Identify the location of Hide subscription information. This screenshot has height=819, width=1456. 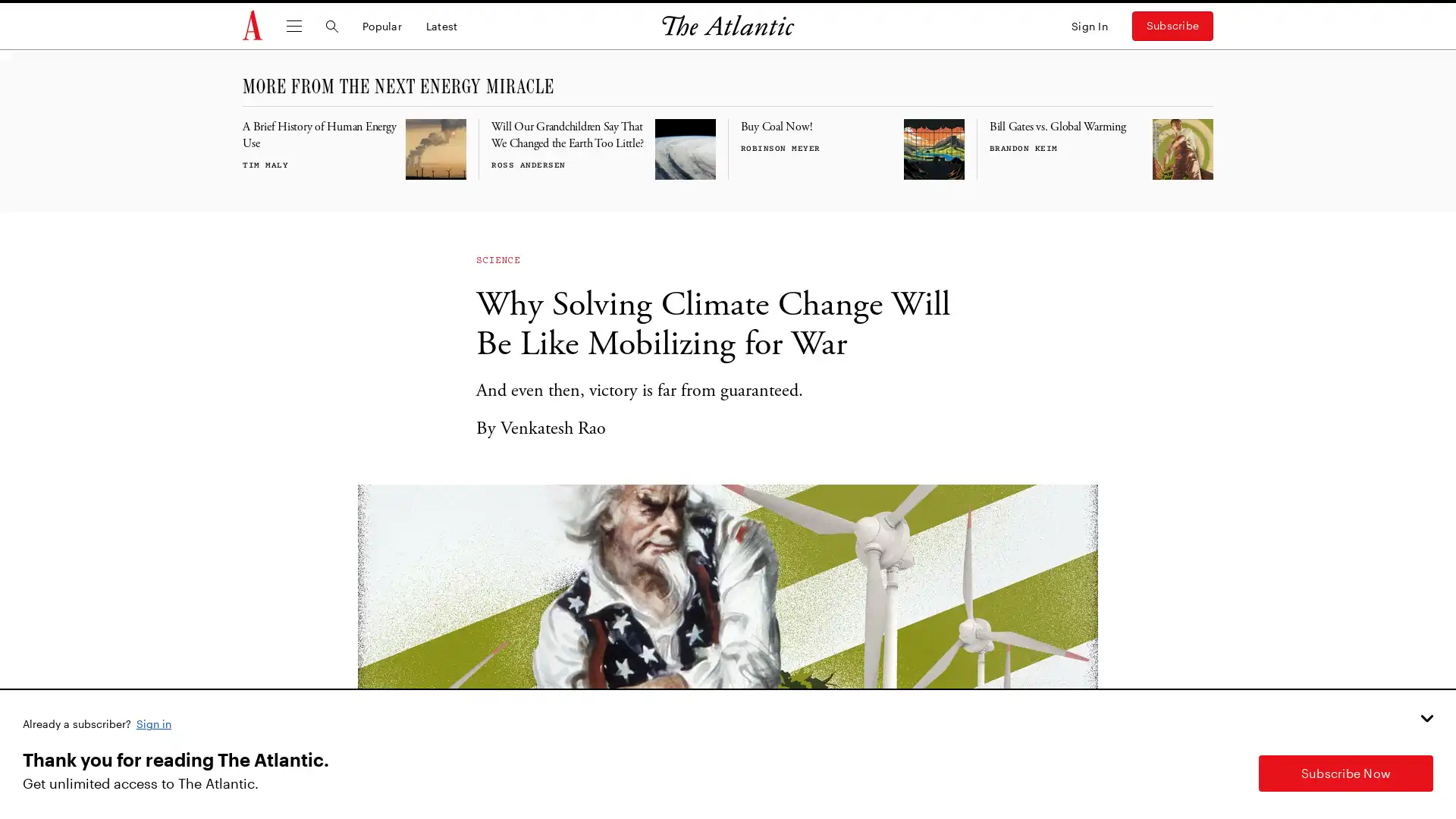
(1426, 717).